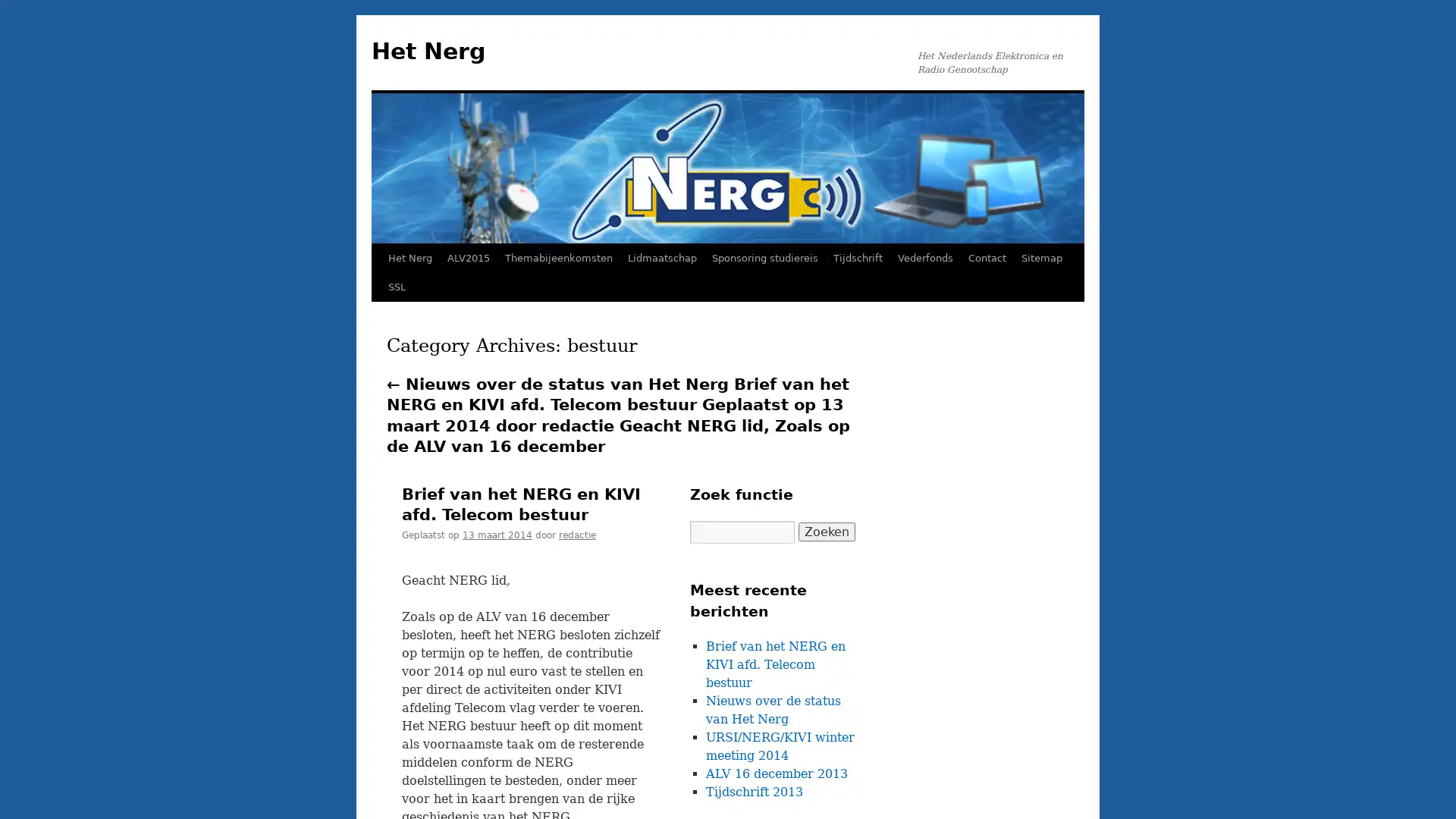 The width and height of the screenshot is (1456, 819). What do you see at coordinates (826, 531) in the screenshot?
I see `Zoeken` at bounding box center [826, 531].